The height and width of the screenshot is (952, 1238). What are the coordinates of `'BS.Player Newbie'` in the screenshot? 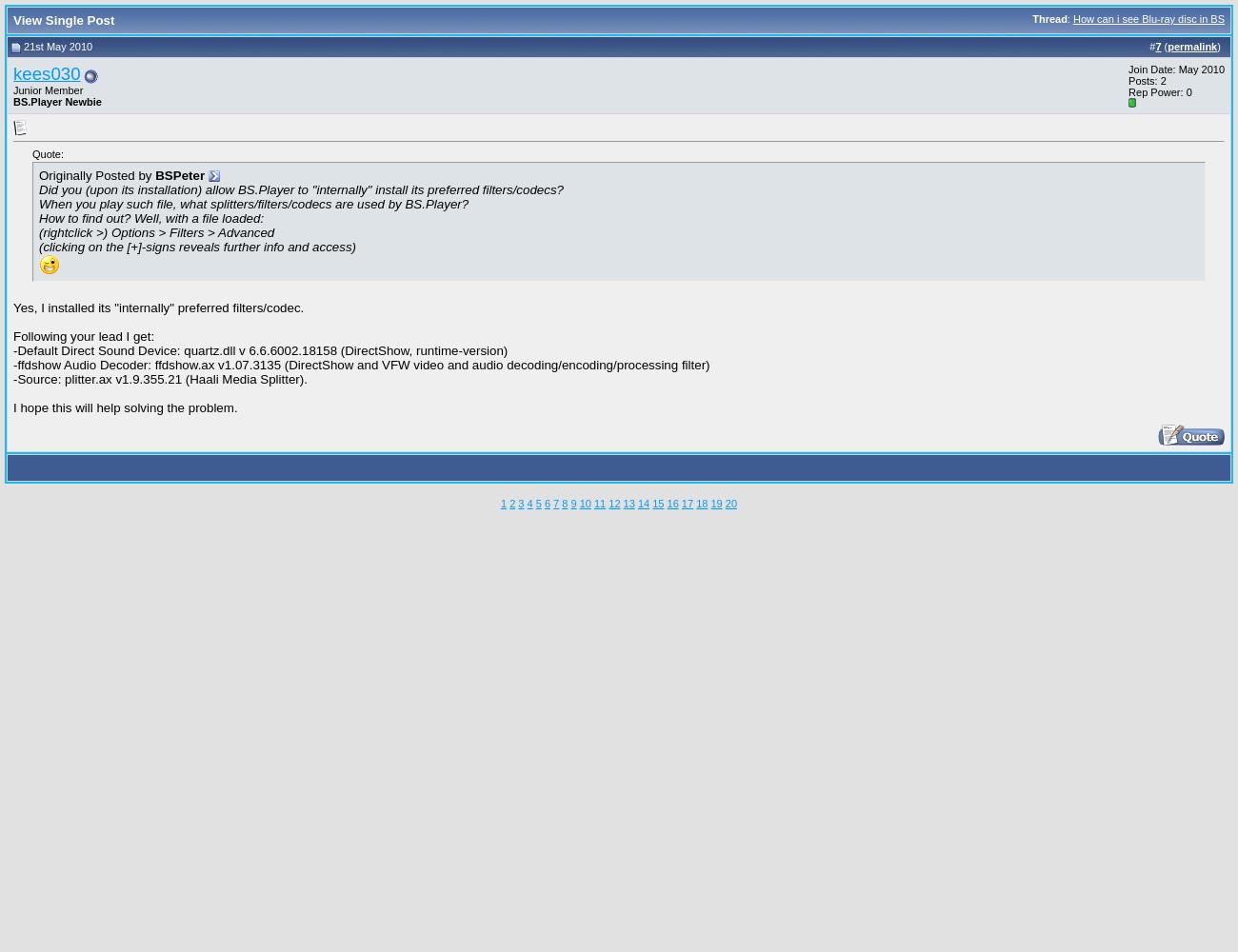 It's located at (57, 100).